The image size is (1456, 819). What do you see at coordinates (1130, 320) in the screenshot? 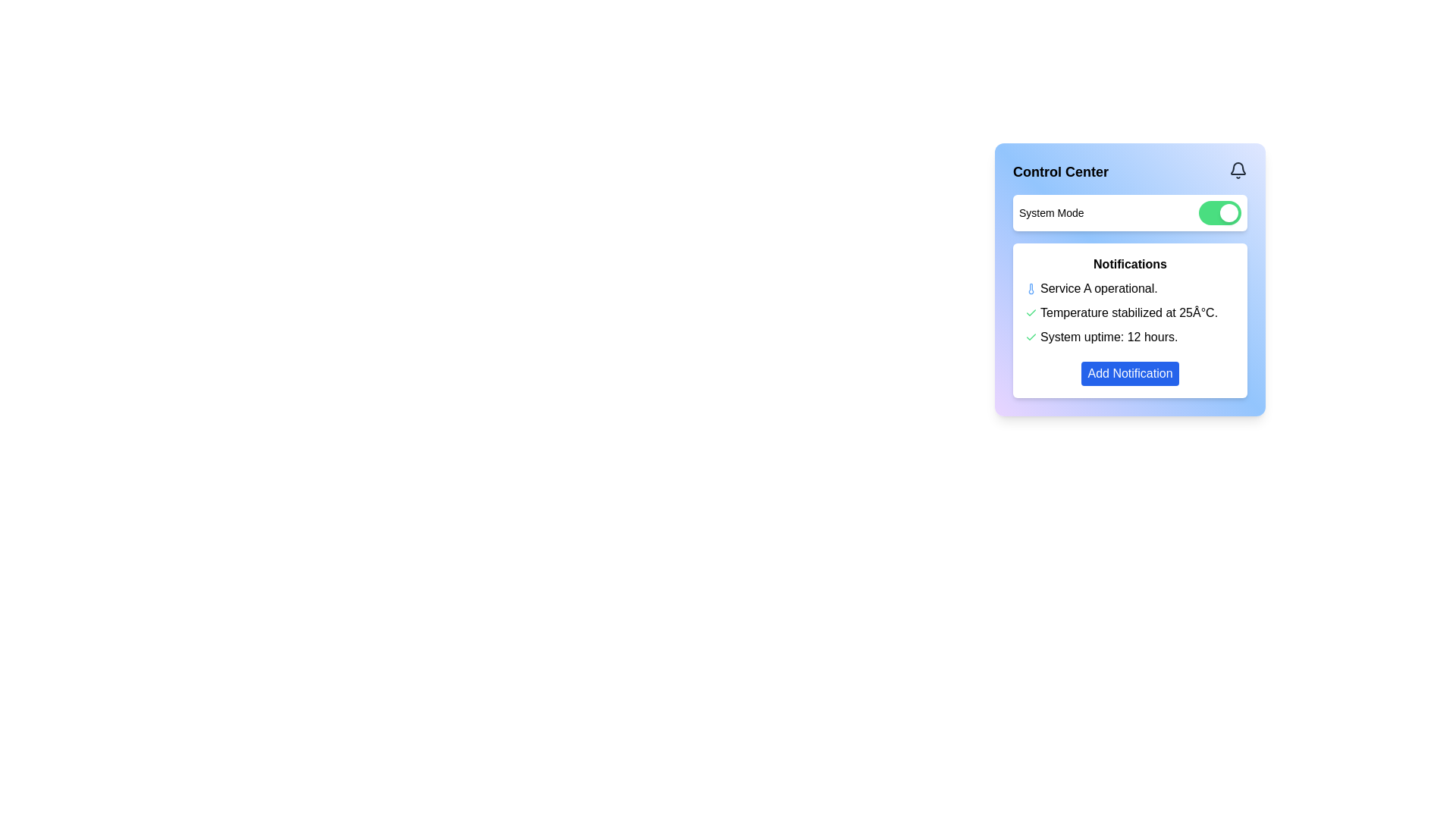
I see `the notification display panel located in the lower section of the 'Control Center', beneath the 'System Mode' section` at bounding box center [1130, 320].